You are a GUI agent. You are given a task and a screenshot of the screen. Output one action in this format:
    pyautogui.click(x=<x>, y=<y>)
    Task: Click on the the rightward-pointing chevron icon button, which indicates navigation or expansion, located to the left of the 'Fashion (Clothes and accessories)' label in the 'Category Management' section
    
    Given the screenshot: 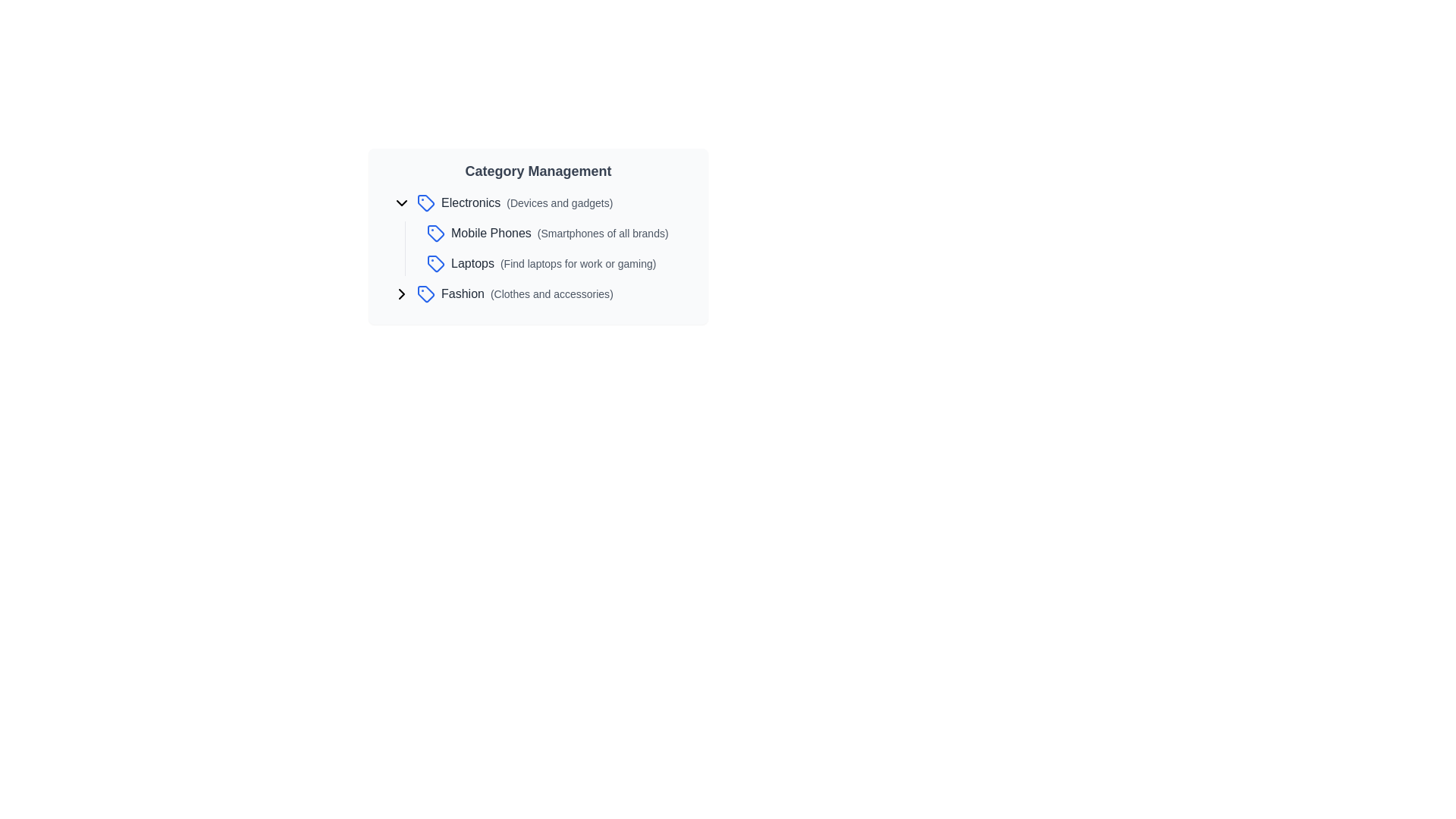 What is the action you would take?
    pyautogui.click(x=401, y=294)
    